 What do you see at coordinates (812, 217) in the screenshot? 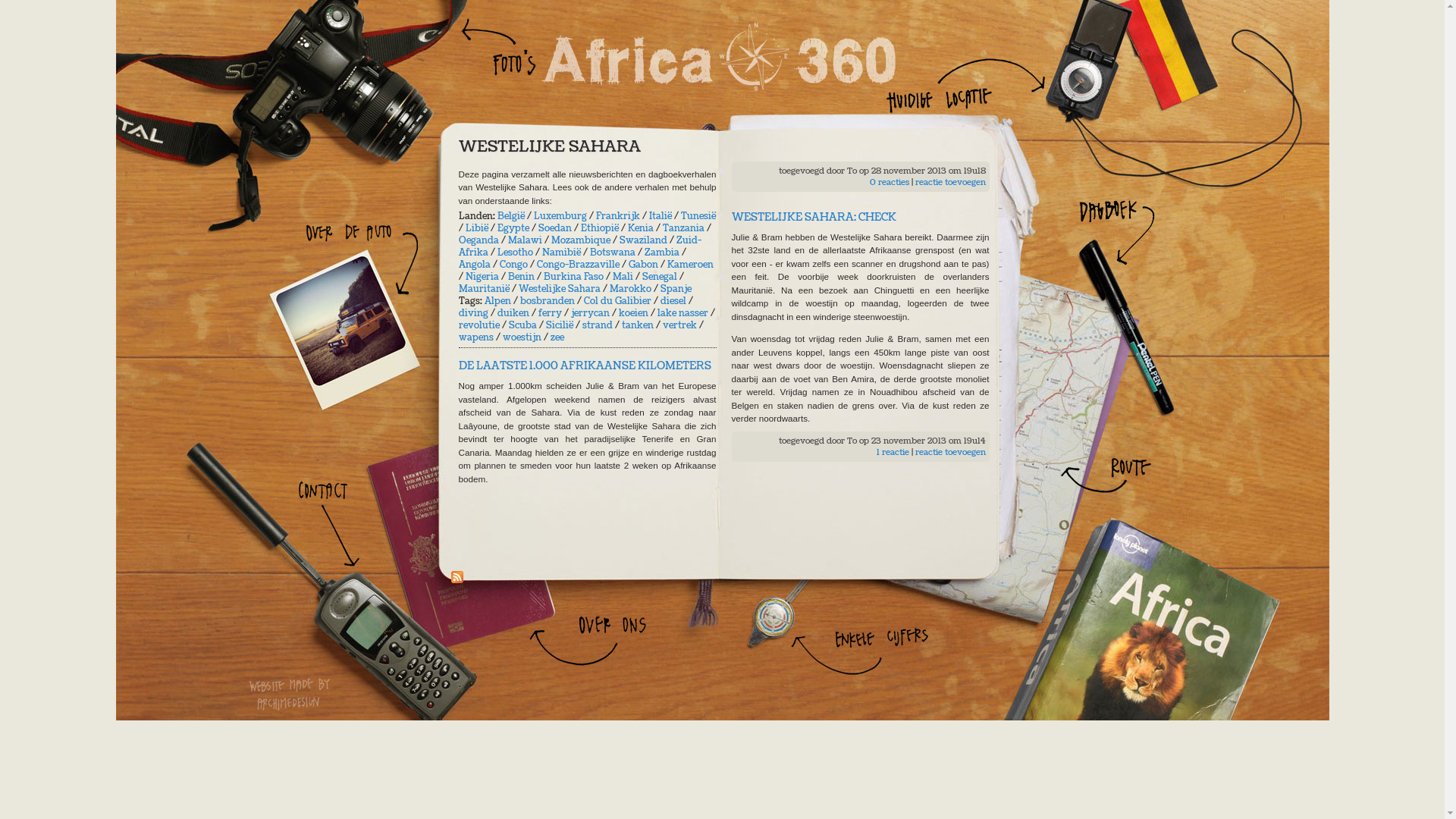
I see `'WESTELIJKE SAHARA: CHECK'` at bounding box center [812, 217].